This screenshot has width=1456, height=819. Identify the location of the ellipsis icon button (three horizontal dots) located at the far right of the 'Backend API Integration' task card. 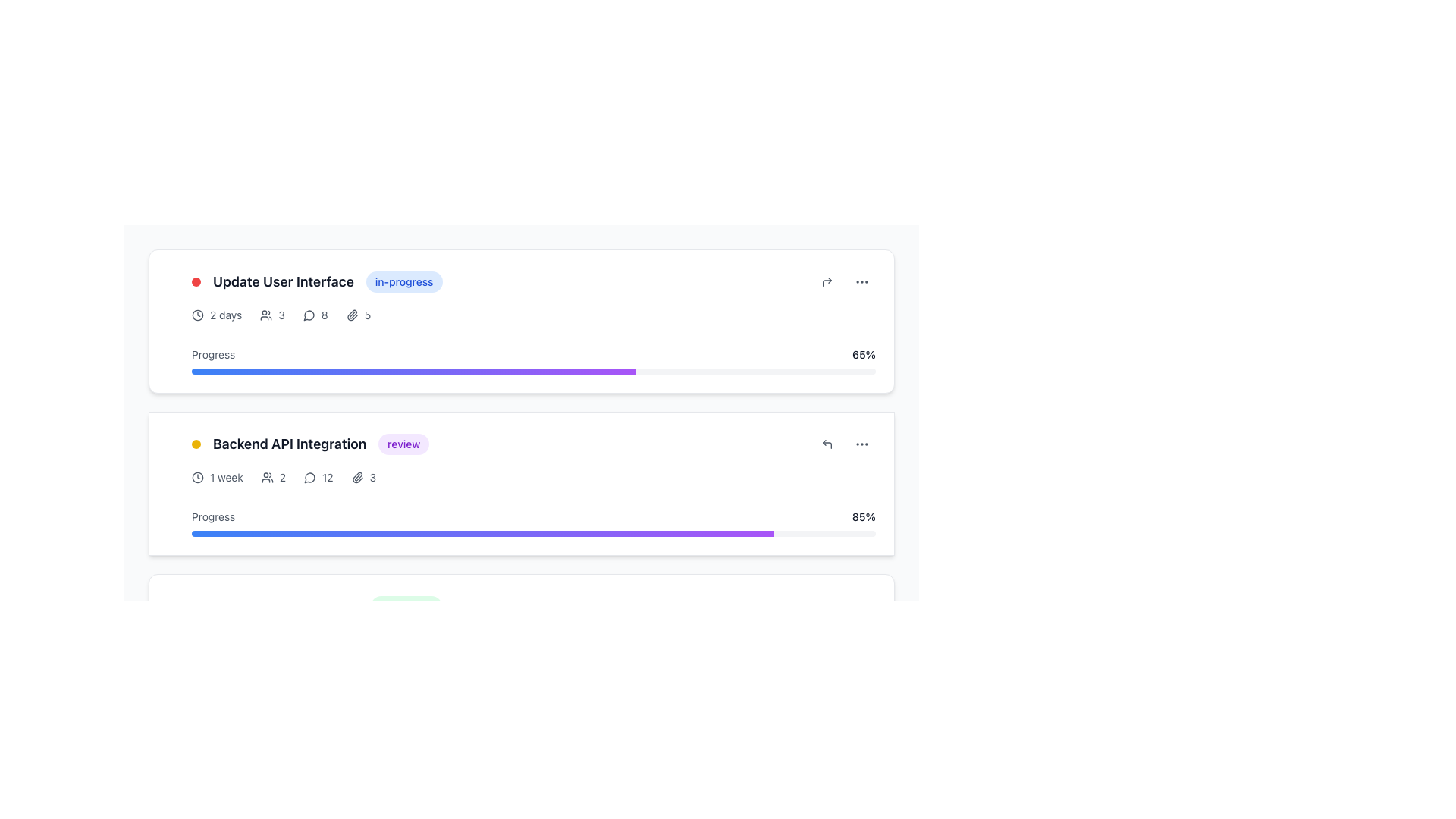
(862, 444).